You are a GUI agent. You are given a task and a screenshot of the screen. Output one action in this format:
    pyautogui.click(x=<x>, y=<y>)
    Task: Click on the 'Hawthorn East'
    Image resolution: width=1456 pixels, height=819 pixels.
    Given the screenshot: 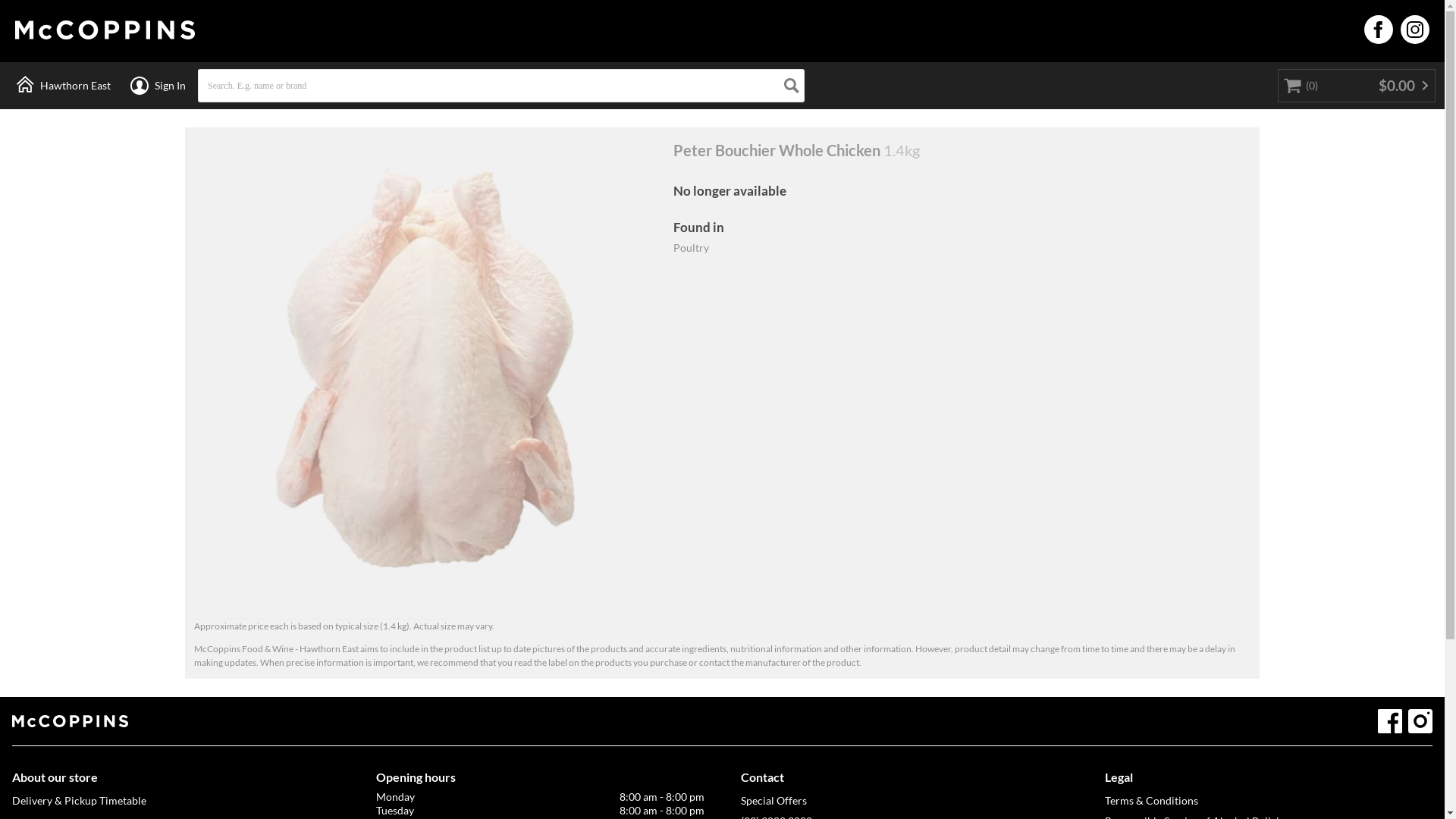 What is the action you would take?
    pyautogui.click(x=62, y=85)
    